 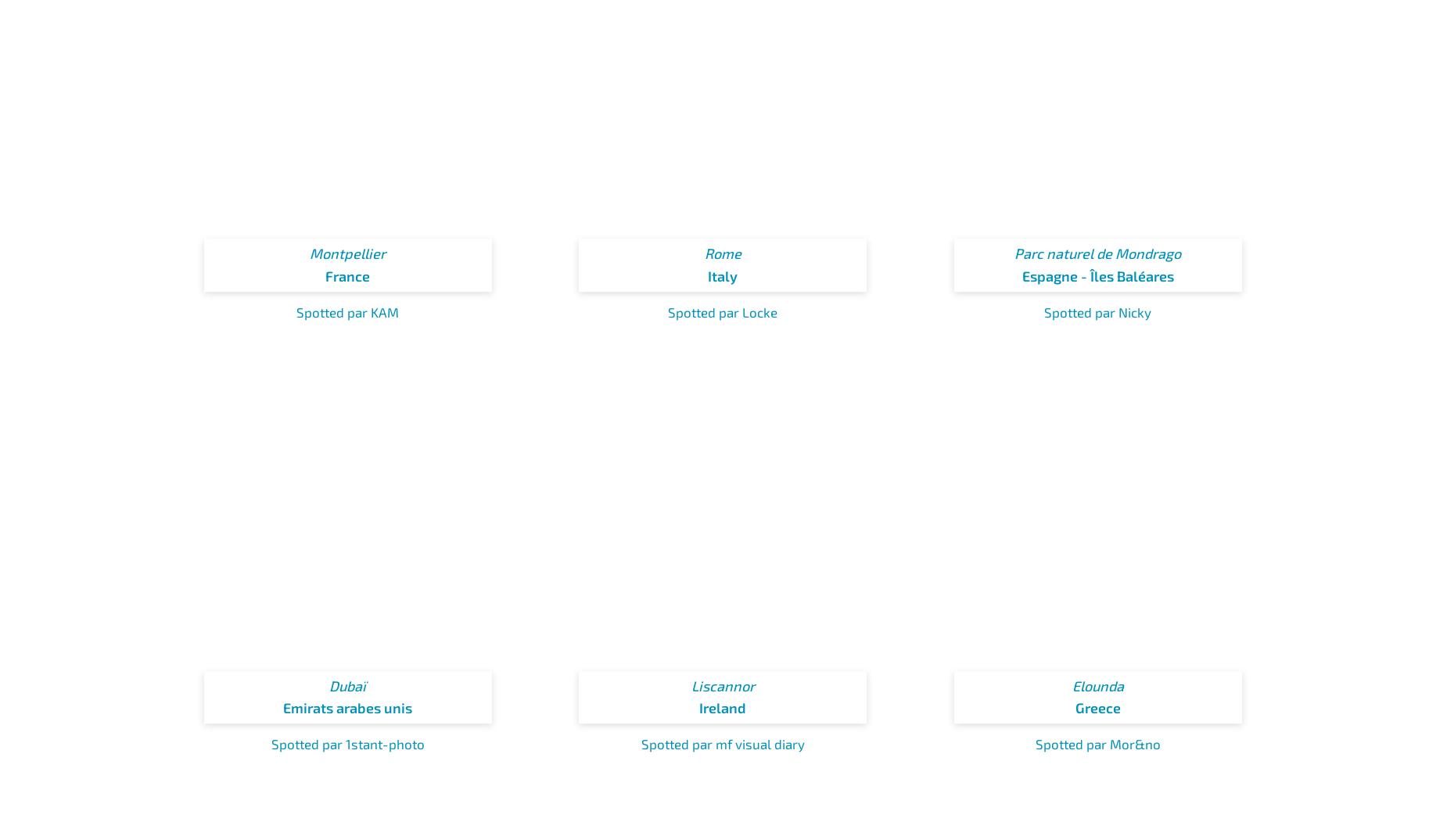 I want to click on 'Spotted par Nicky', so click(x=1097, y=311).